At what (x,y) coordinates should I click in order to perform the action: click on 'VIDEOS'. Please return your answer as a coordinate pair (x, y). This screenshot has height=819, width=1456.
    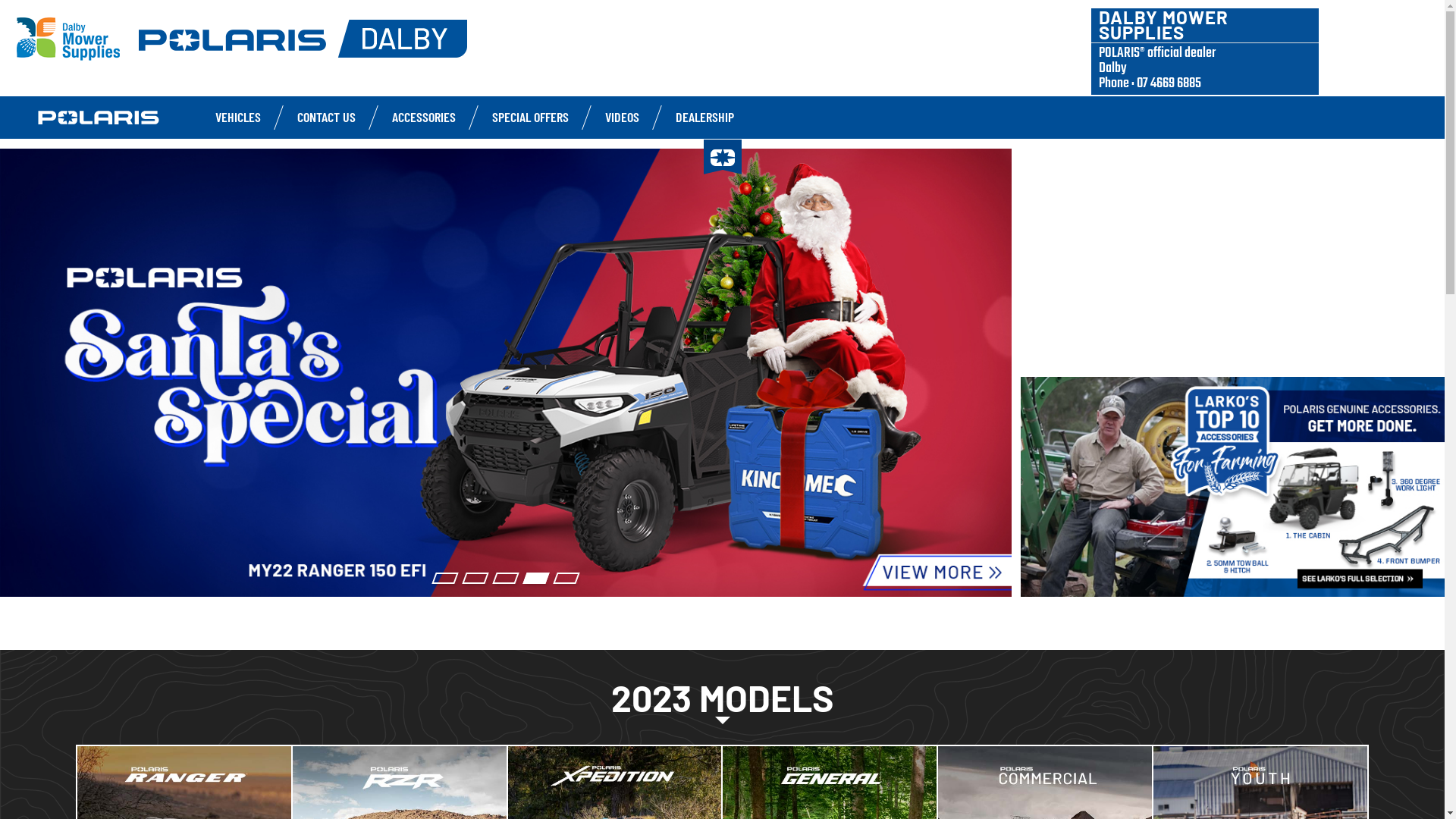
    Looking at the image, I should click on (622, 116).